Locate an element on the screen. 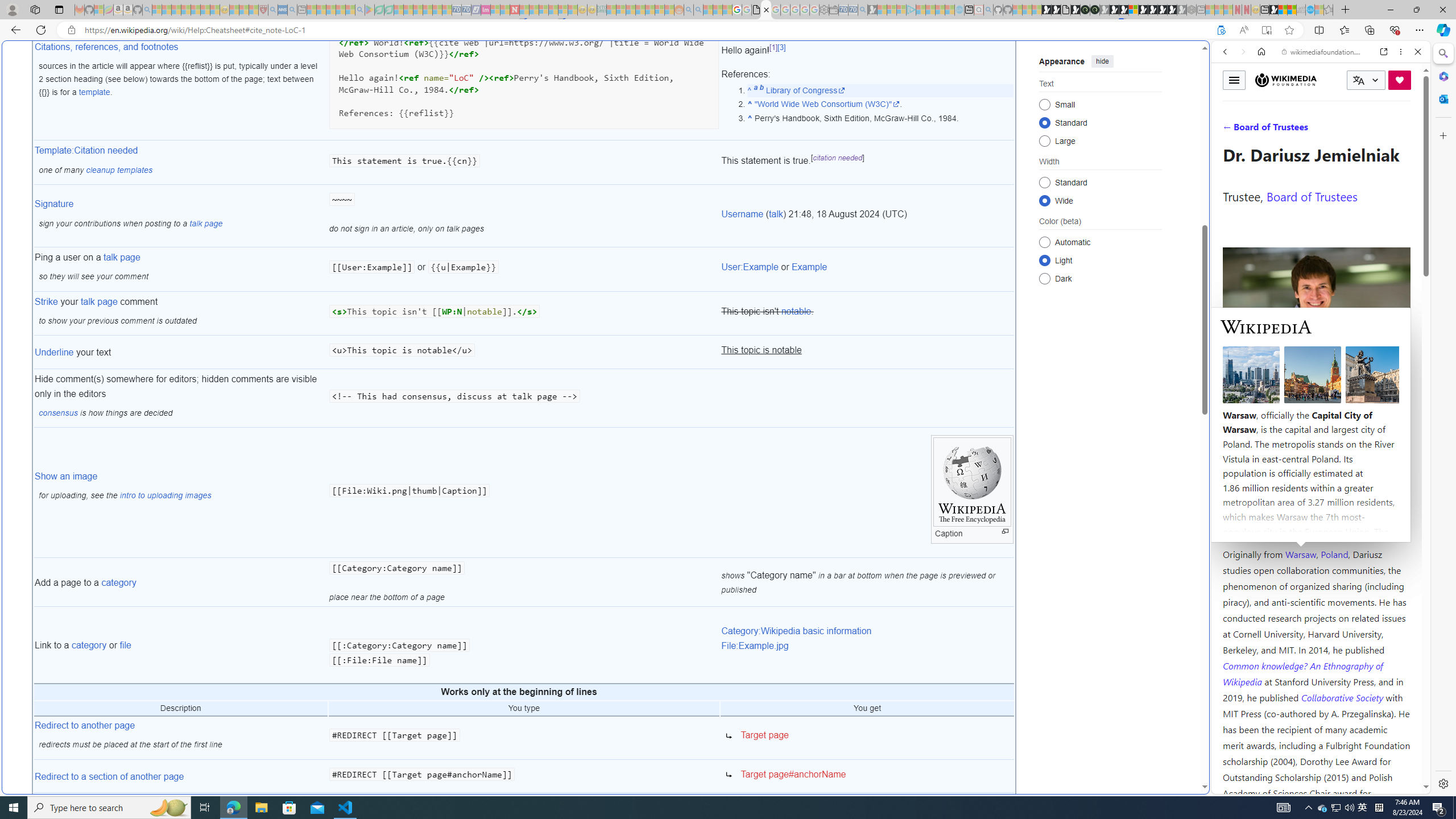 Image resolution: width=1456 pixels, height=819 pixels. 'Help:Cheatsheet - Wikipedia' is located at coordinates (766, 9).